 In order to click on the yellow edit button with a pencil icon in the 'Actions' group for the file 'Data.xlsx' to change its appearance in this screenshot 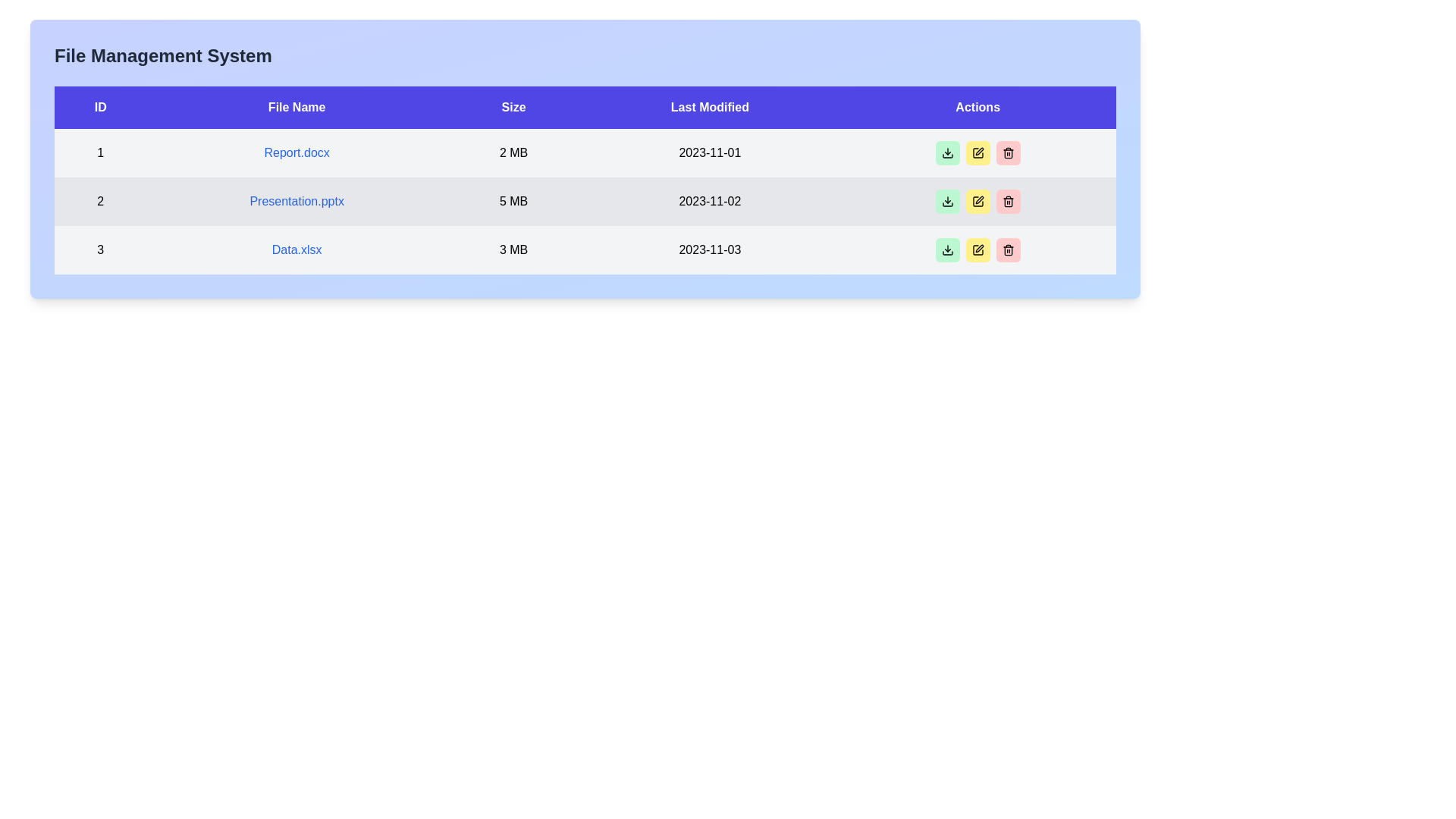, I will do `click(977, 249)`.